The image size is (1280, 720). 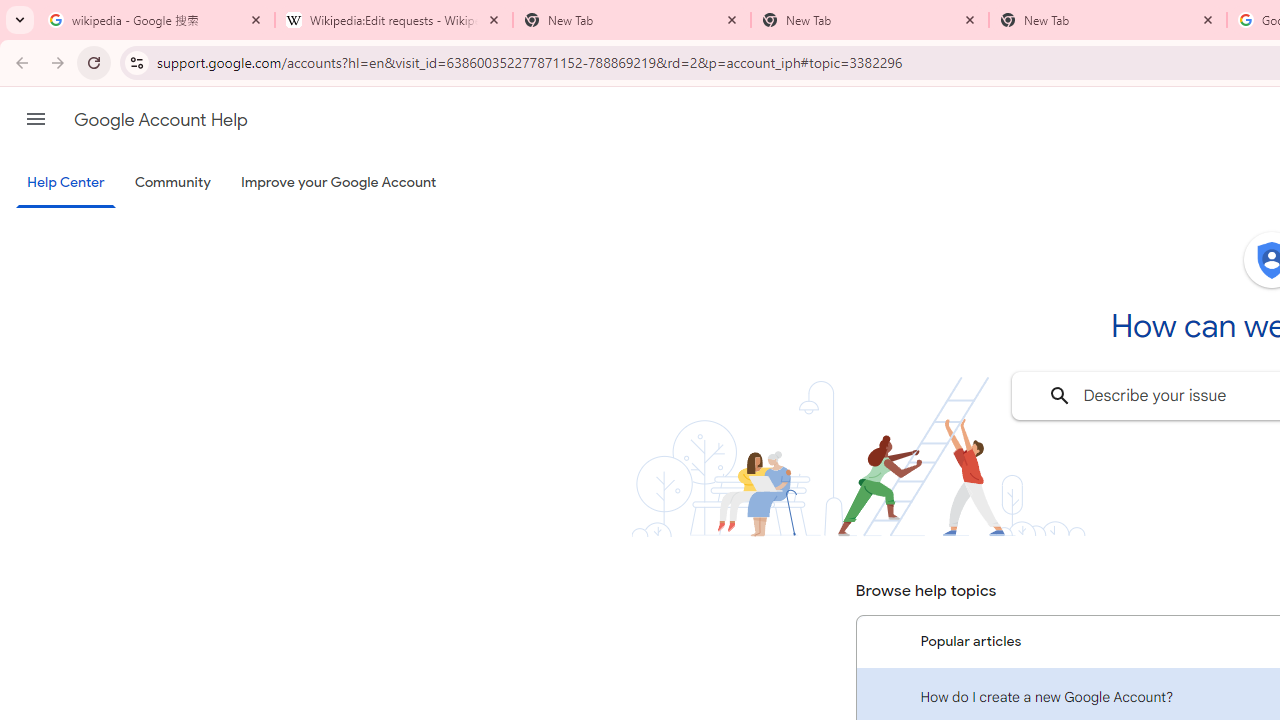 I want to click on 'Main menu', so click(x=35, y=119).